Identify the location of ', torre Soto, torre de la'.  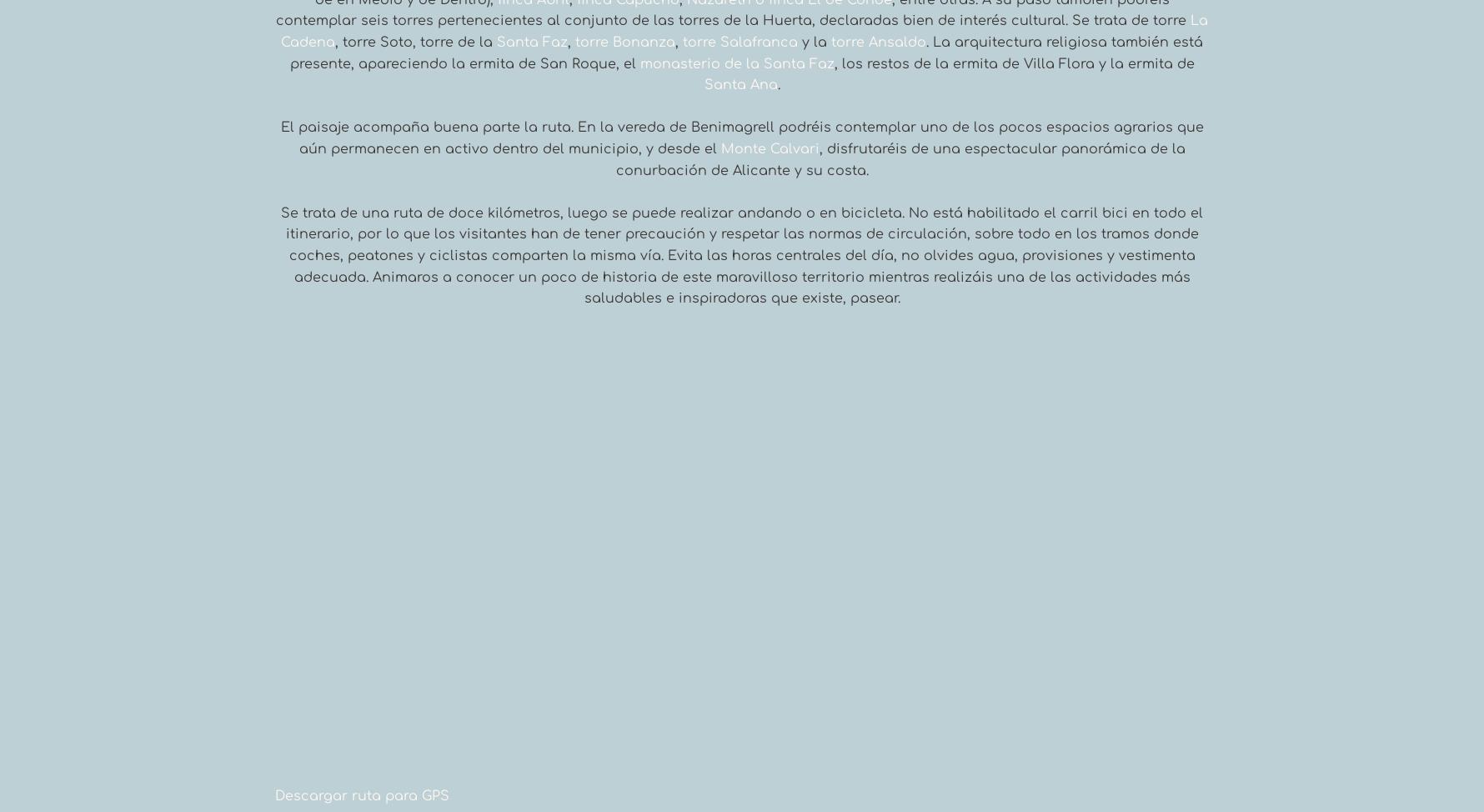
(333, 43).